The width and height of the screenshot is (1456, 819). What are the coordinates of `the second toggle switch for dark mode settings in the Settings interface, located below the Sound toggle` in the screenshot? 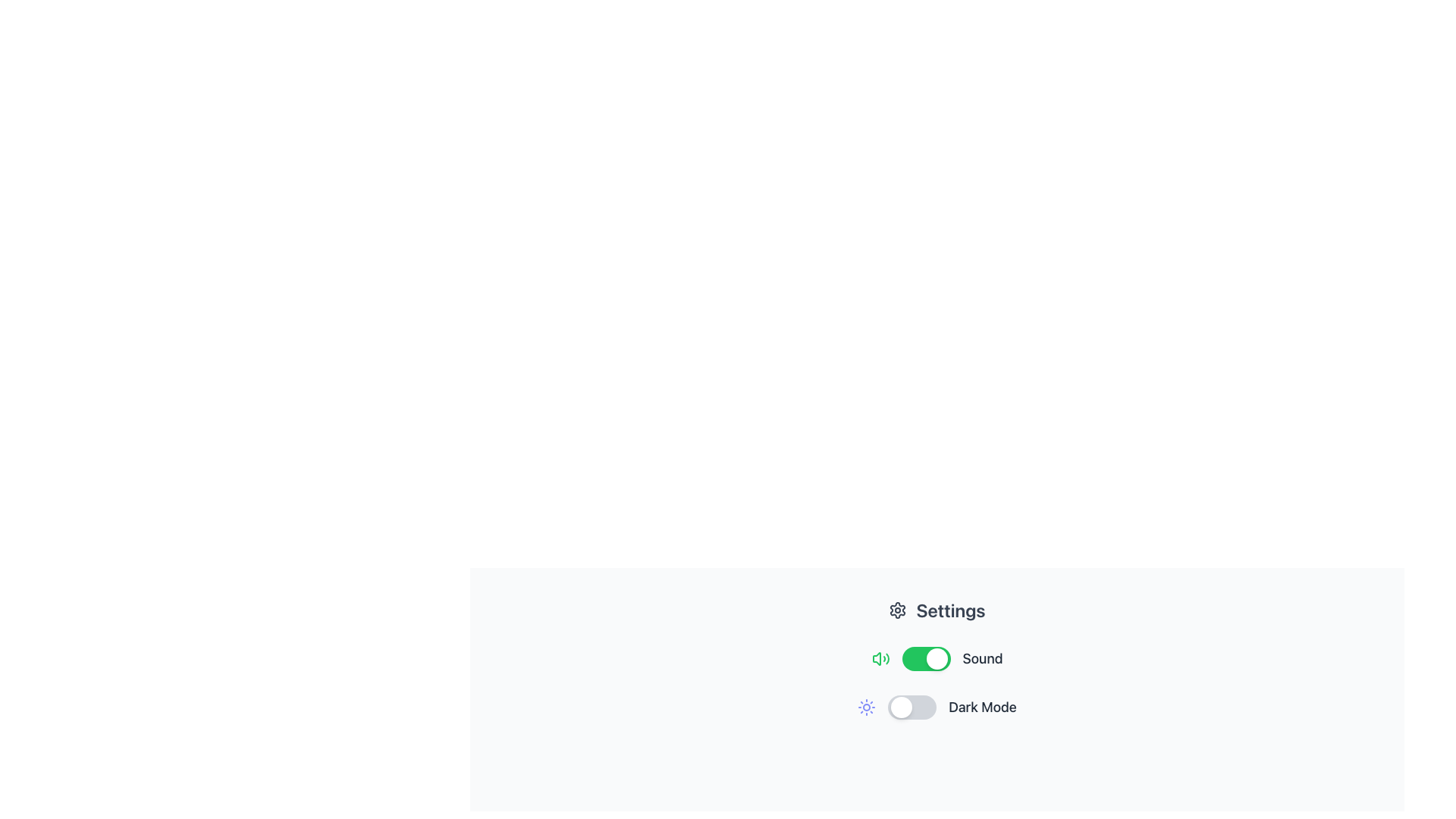 It's located at (937, 708).